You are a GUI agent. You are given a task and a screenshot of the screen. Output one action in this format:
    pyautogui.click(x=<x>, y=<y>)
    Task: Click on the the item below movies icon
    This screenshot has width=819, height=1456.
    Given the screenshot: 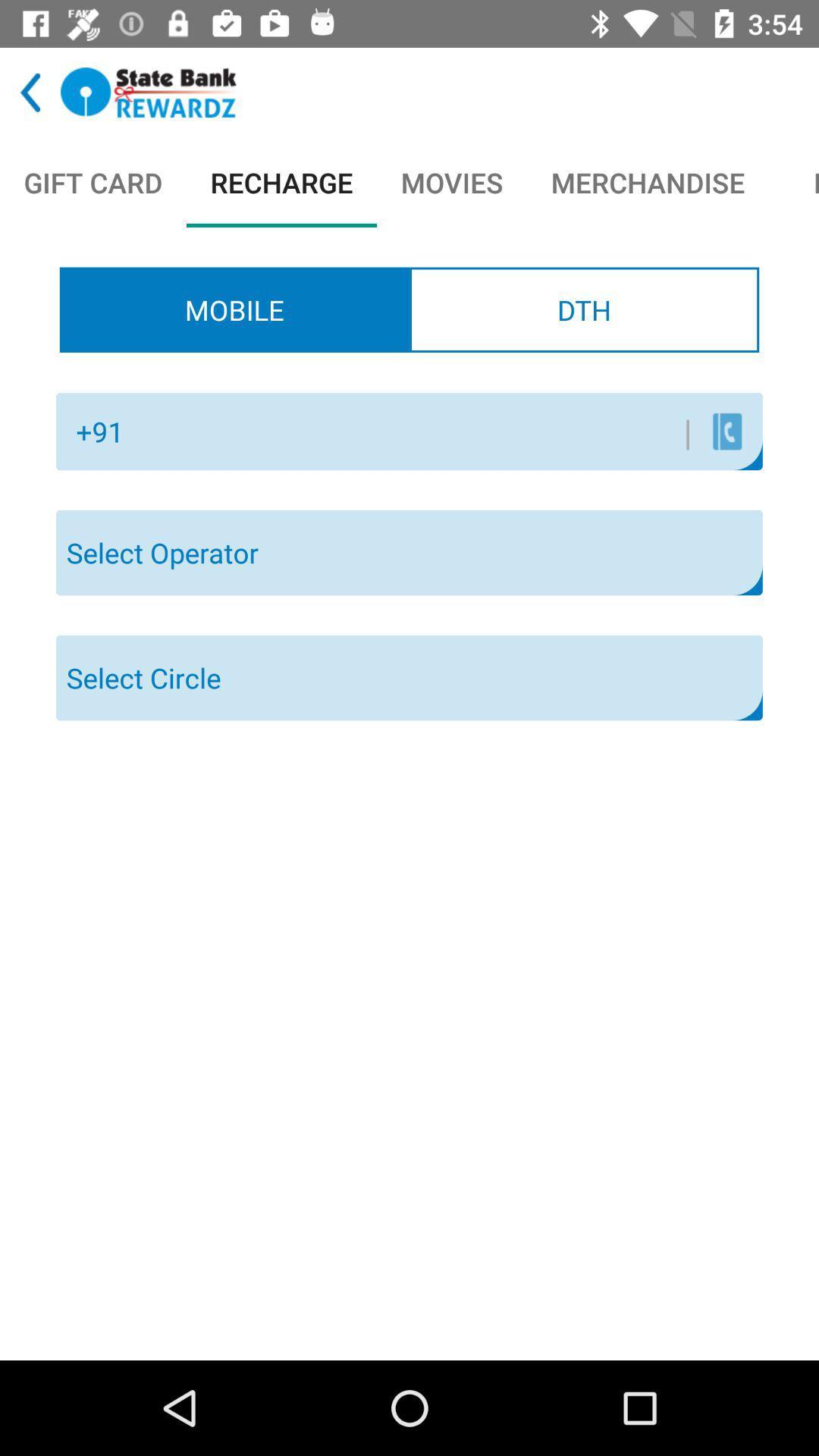 What is the action you would take?
    pyautogui.click(x=583, y=309)
    